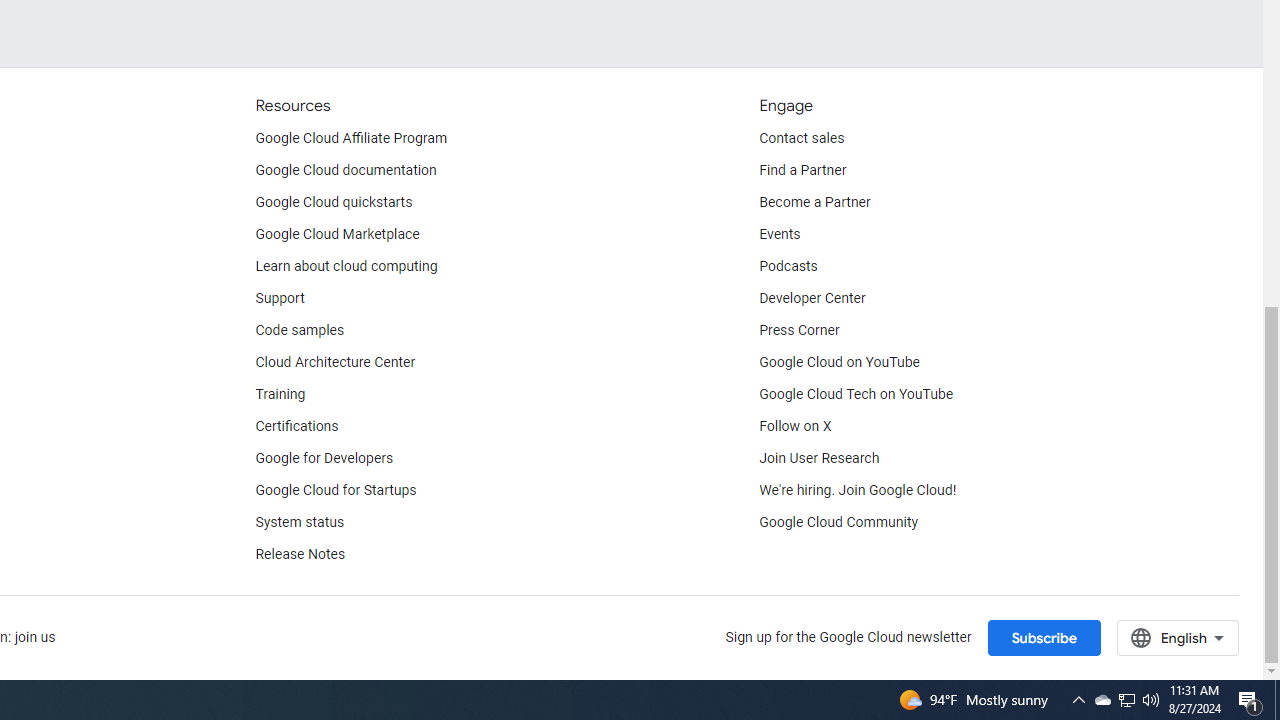 The image size is (1280, 720). Describe the element at coordinates (839, 362) in the screenshot. I see `'Google Cloud on YouTube'` at that location.